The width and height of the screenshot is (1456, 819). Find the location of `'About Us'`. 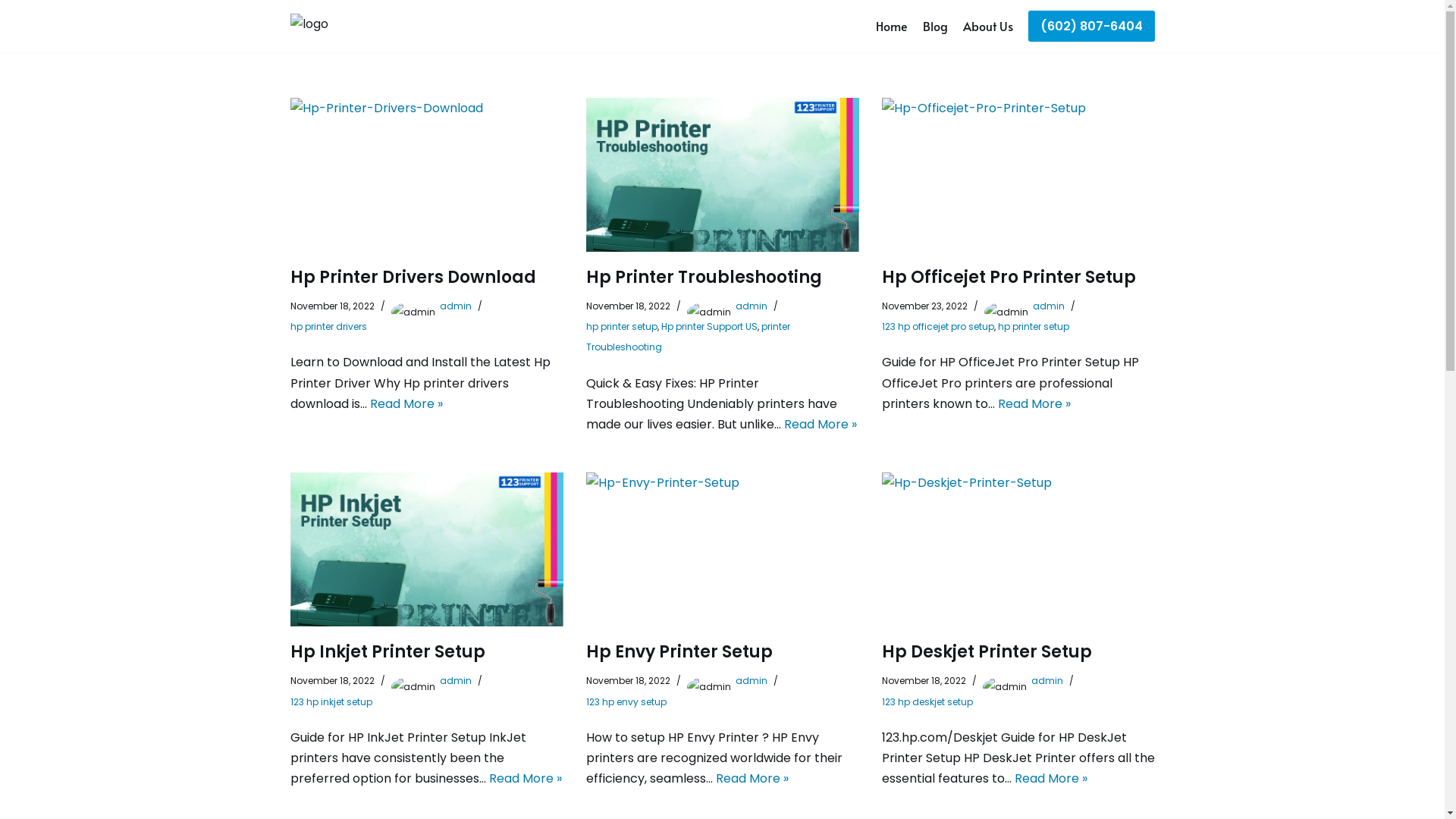

'About Us' is located at coordinates (987, 26).